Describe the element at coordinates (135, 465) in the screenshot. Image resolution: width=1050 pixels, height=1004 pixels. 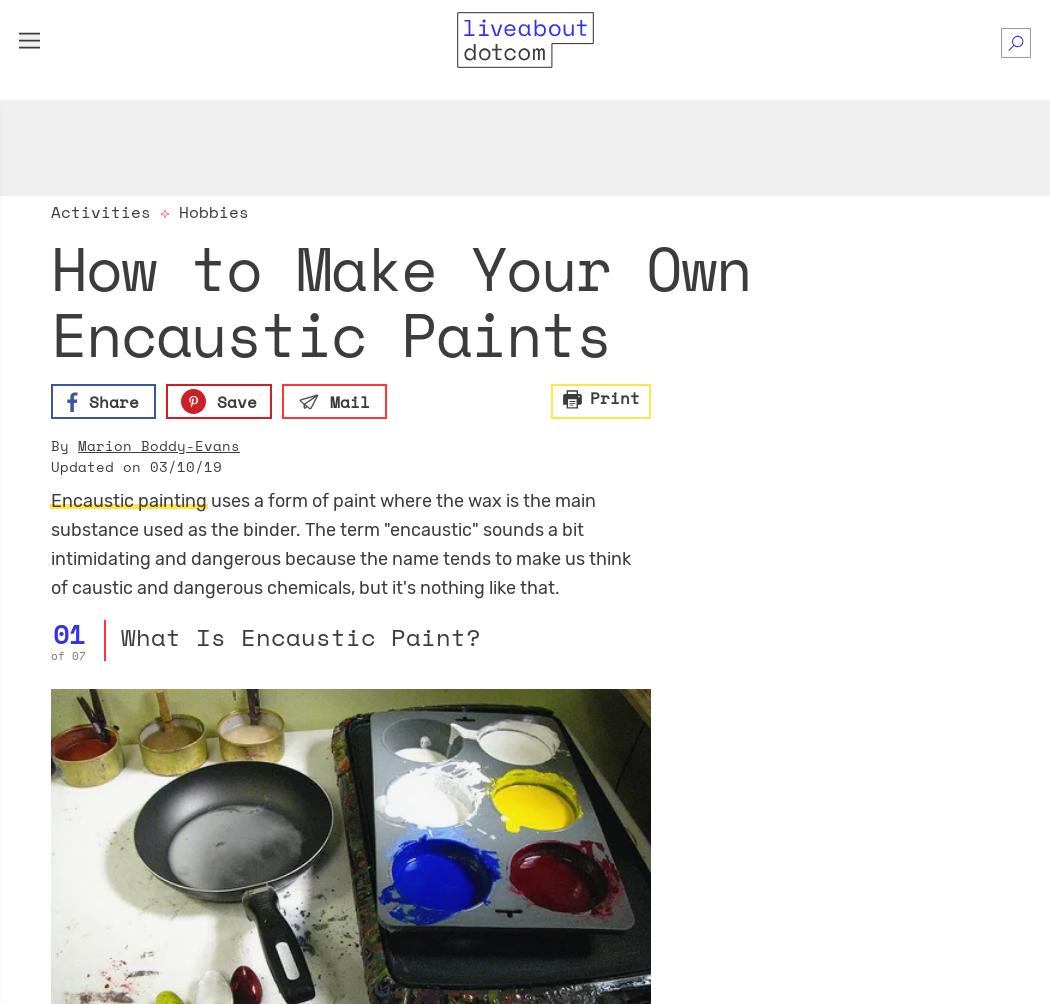
I see `'Updated on 03/10/19'` at that location.